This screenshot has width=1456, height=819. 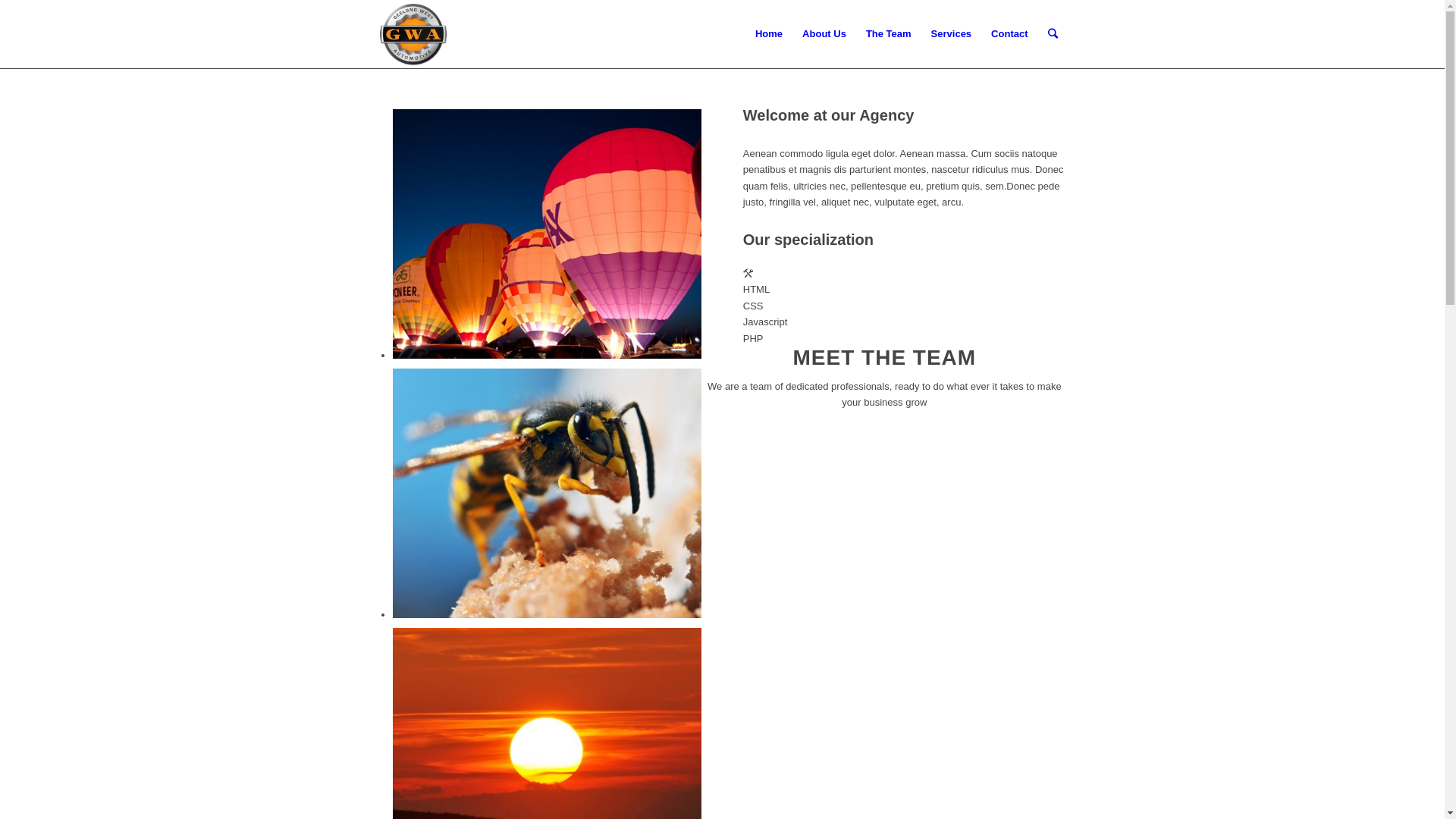 I want to click on 'Services', so click(x=950, y=34).